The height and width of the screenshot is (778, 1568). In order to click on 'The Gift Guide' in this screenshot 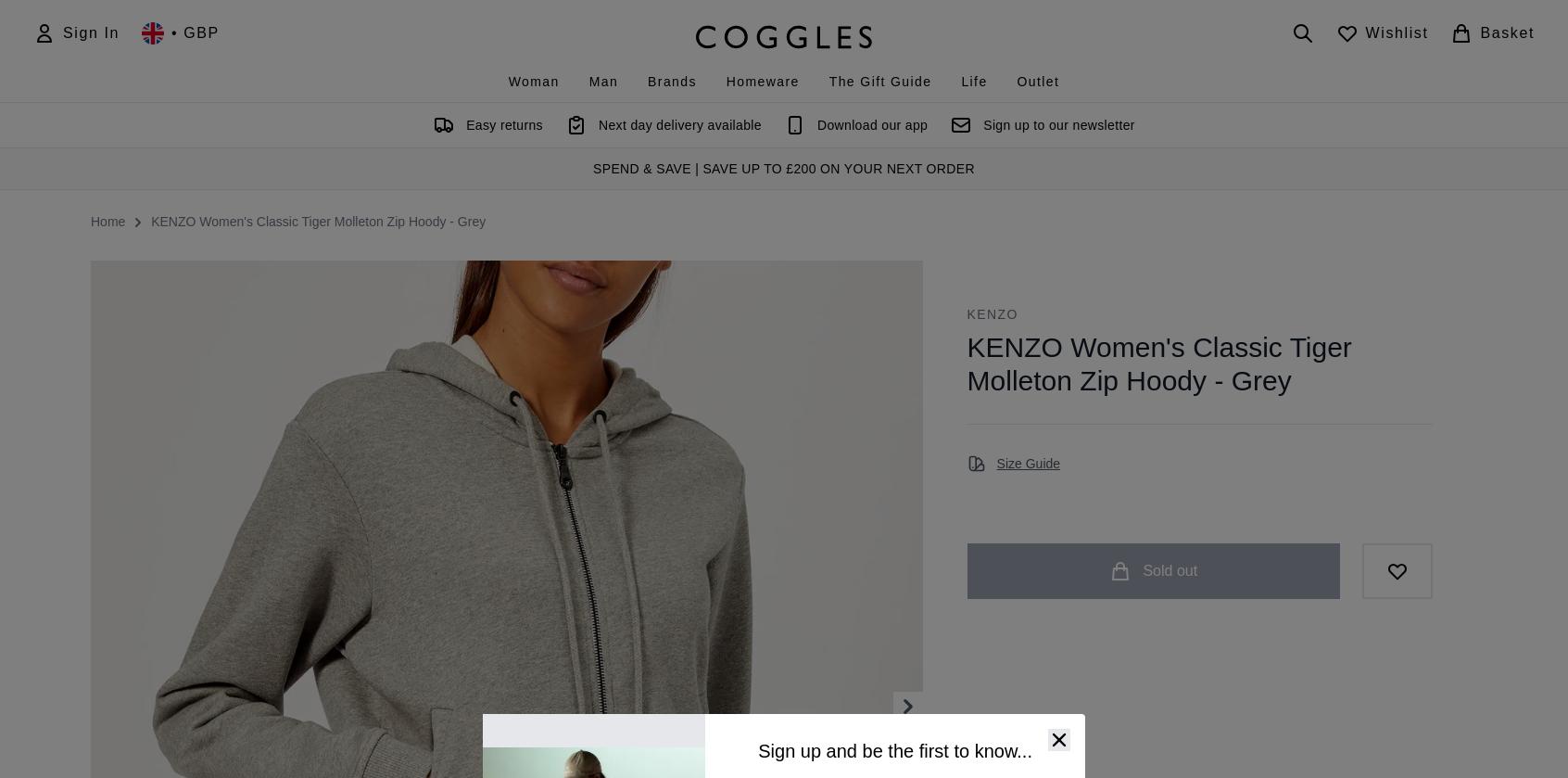, I will do `click(828, 82)`.